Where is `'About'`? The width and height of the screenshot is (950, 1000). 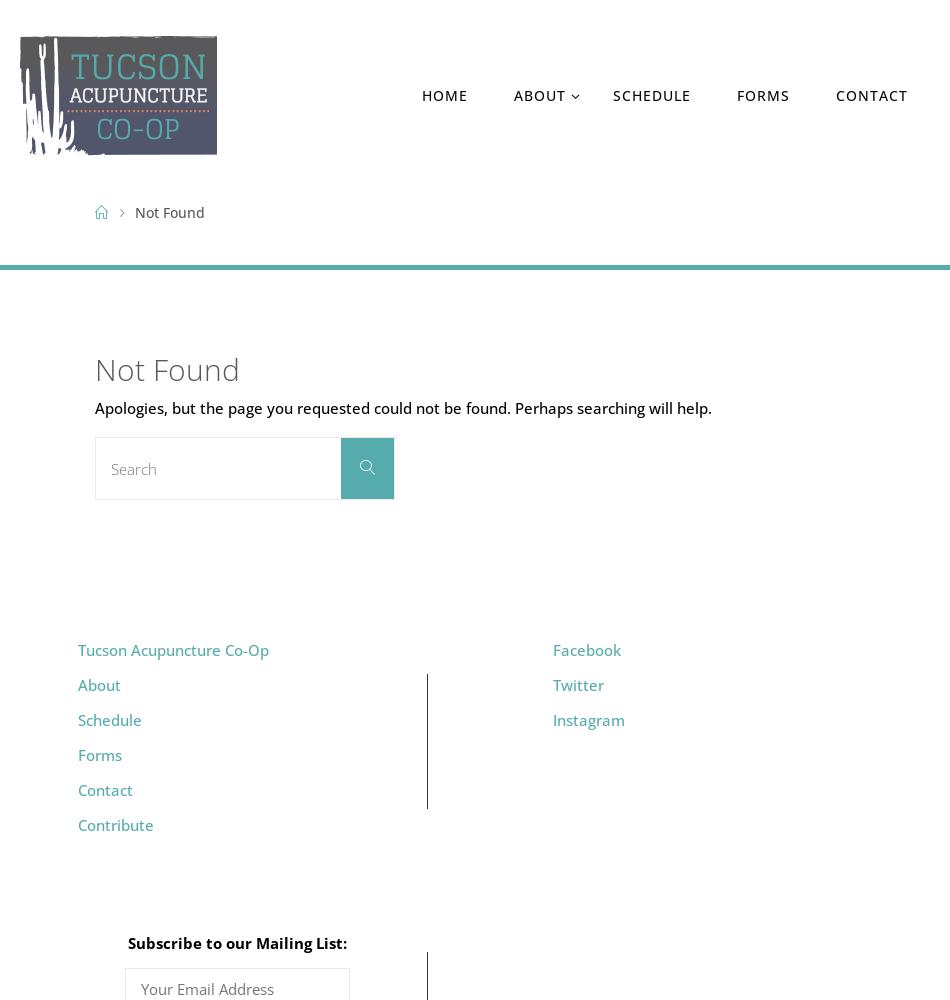 'About' is located at coordinates (77, 684).